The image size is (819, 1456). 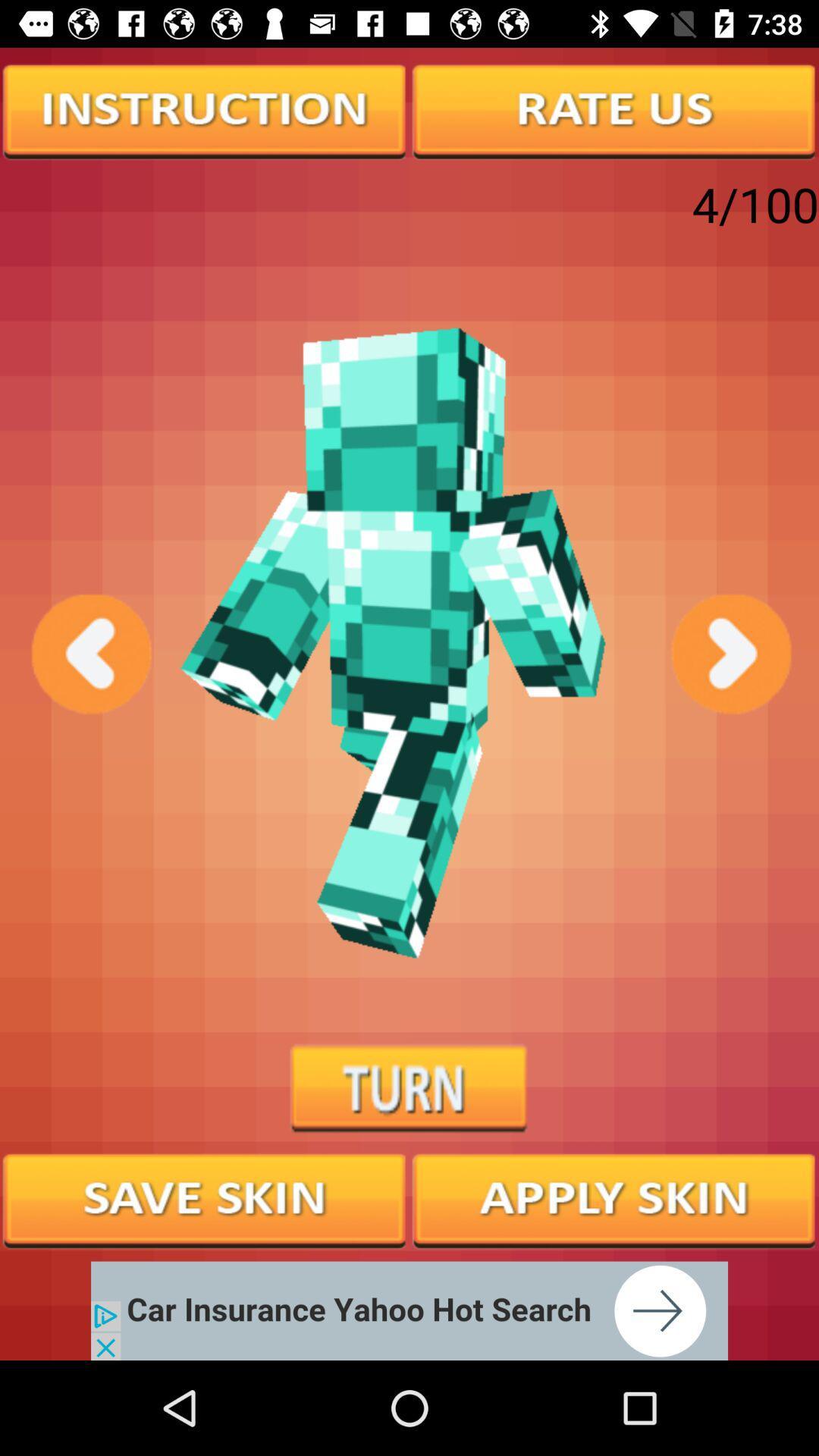 What do you see at coordinates (728, 654) in the screenshot?
I see `go forward` at bounding box center [728, 654].